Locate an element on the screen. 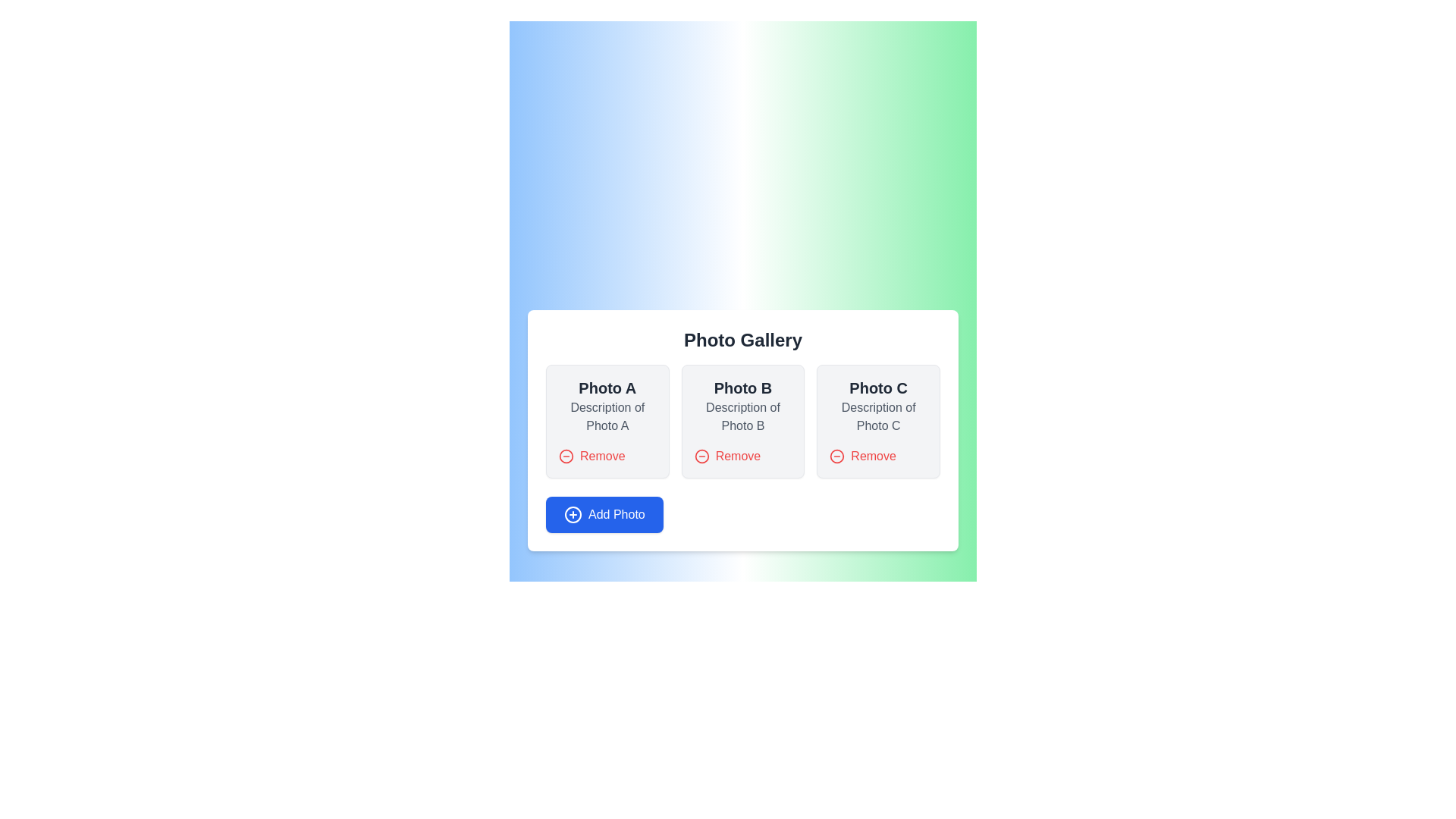 Image resolution: width=1456 pixels, height=819 pixels. the button located at the bottom left corner of the photo gallery interface to initiate the photo addition process is located at coordinates (604, 513).